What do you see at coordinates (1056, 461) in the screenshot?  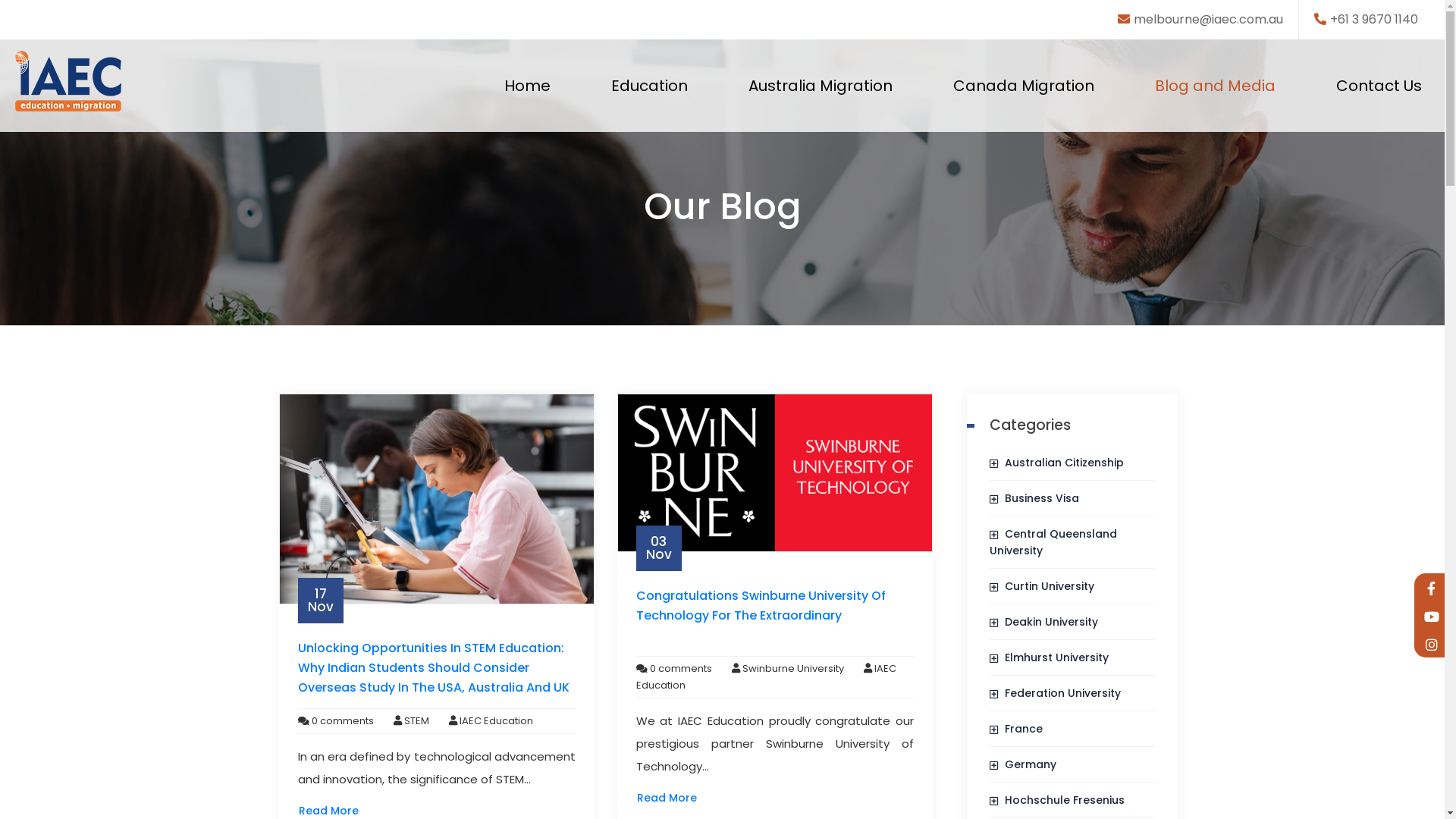 I see `'Australian Citizenship'` at bounding box center [1056, 461].